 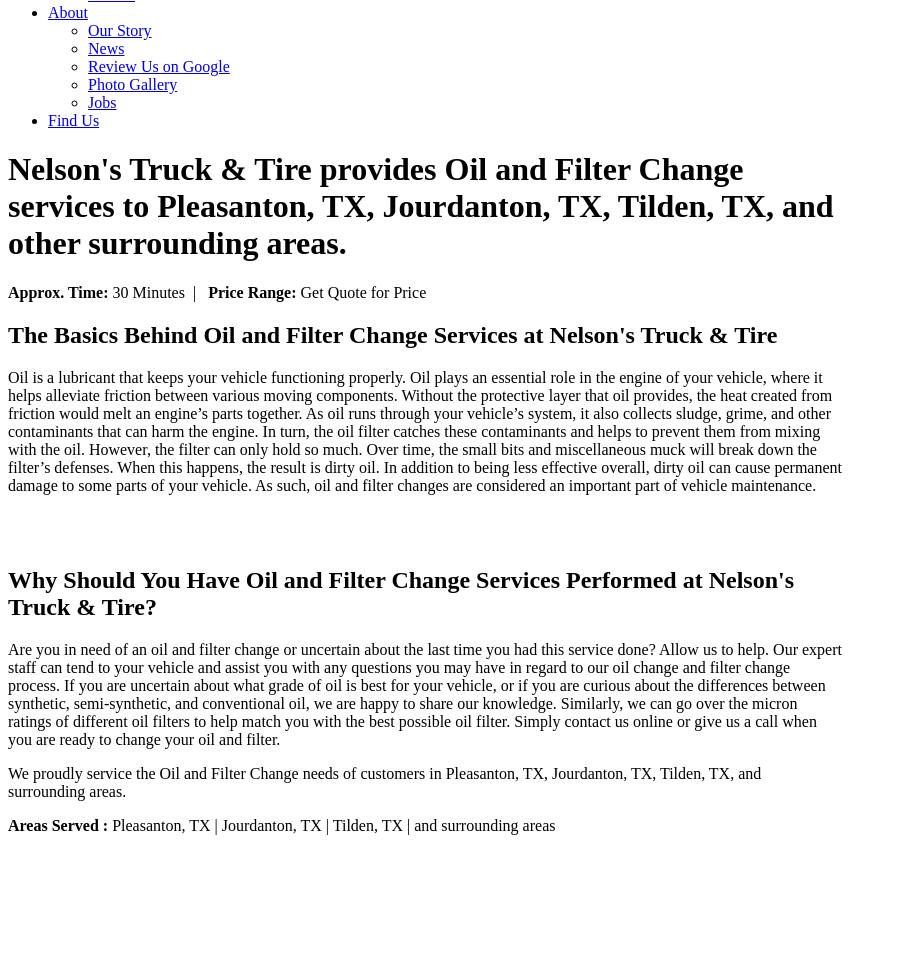 I want to click on 'Nelson's Truck & Tire provides Oil and Filter Change services to Pleasanton, TX, Jourdanton, TX, Tilden, TX, and other surrounding areas.', so click(x=420, y=205).